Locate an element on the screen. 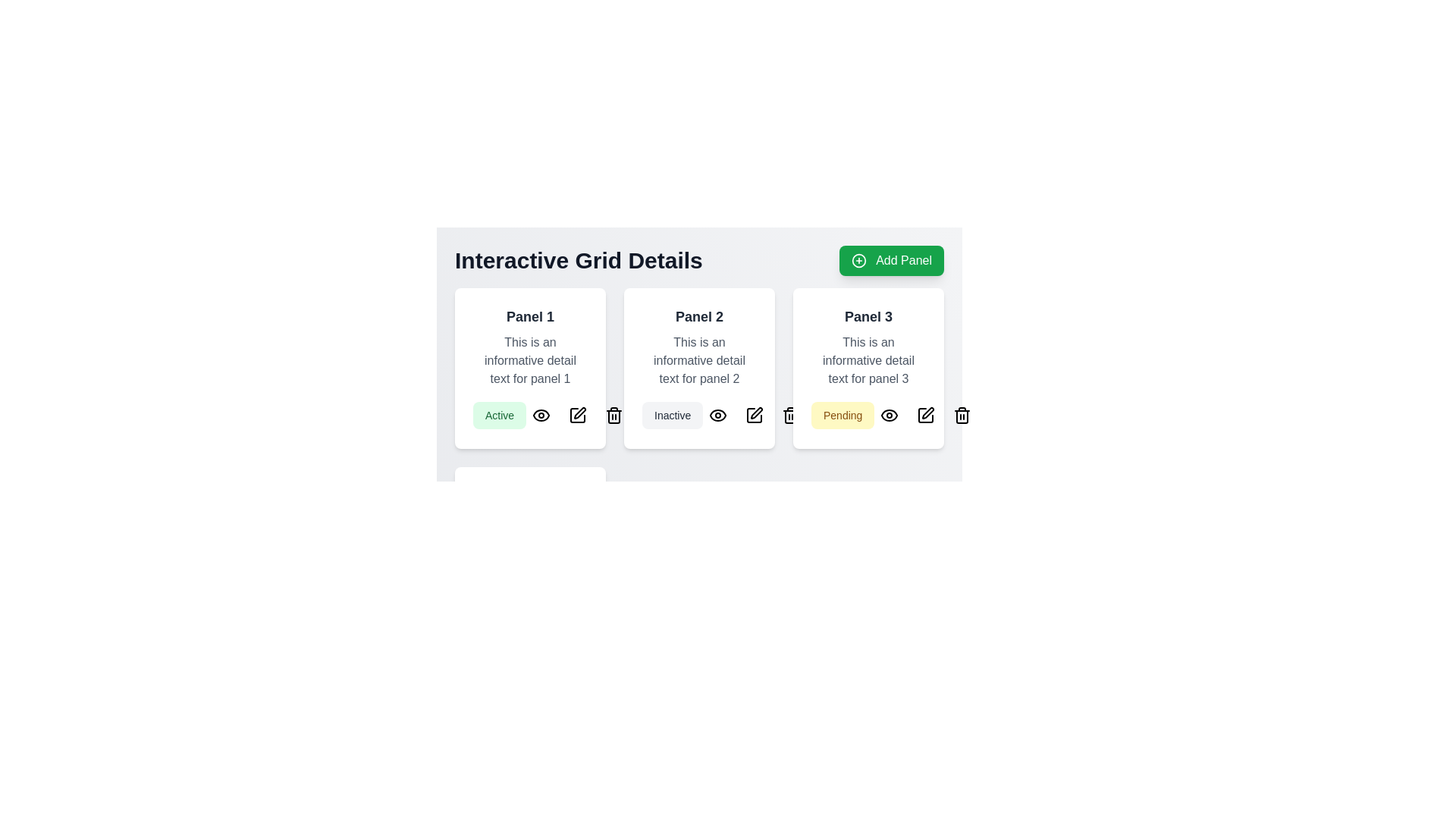 This screenshot has width=1456, height=819. the 'Pending' status label located at the bottom of 'Panel 3', which is part of a three-panel grid is located at coordinates (868, 415).